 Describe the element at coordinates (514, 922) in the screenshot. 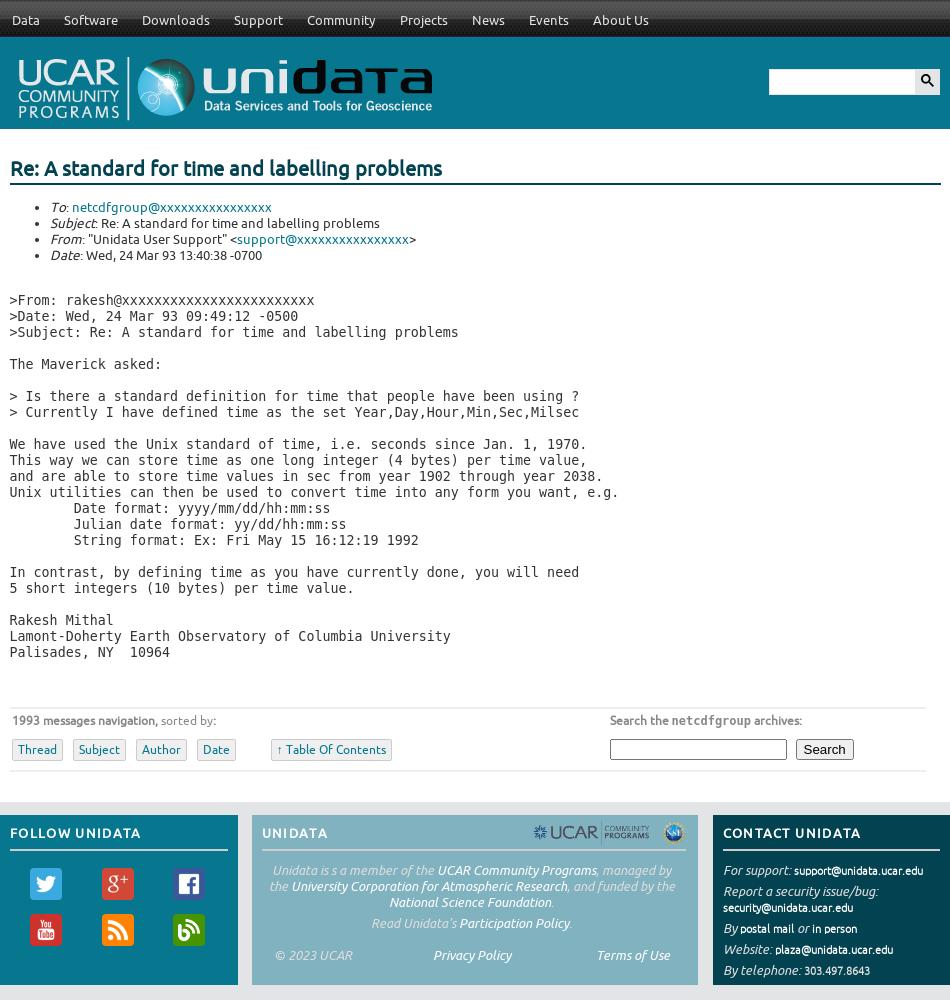

I see `'Participation Policy'` at that location.